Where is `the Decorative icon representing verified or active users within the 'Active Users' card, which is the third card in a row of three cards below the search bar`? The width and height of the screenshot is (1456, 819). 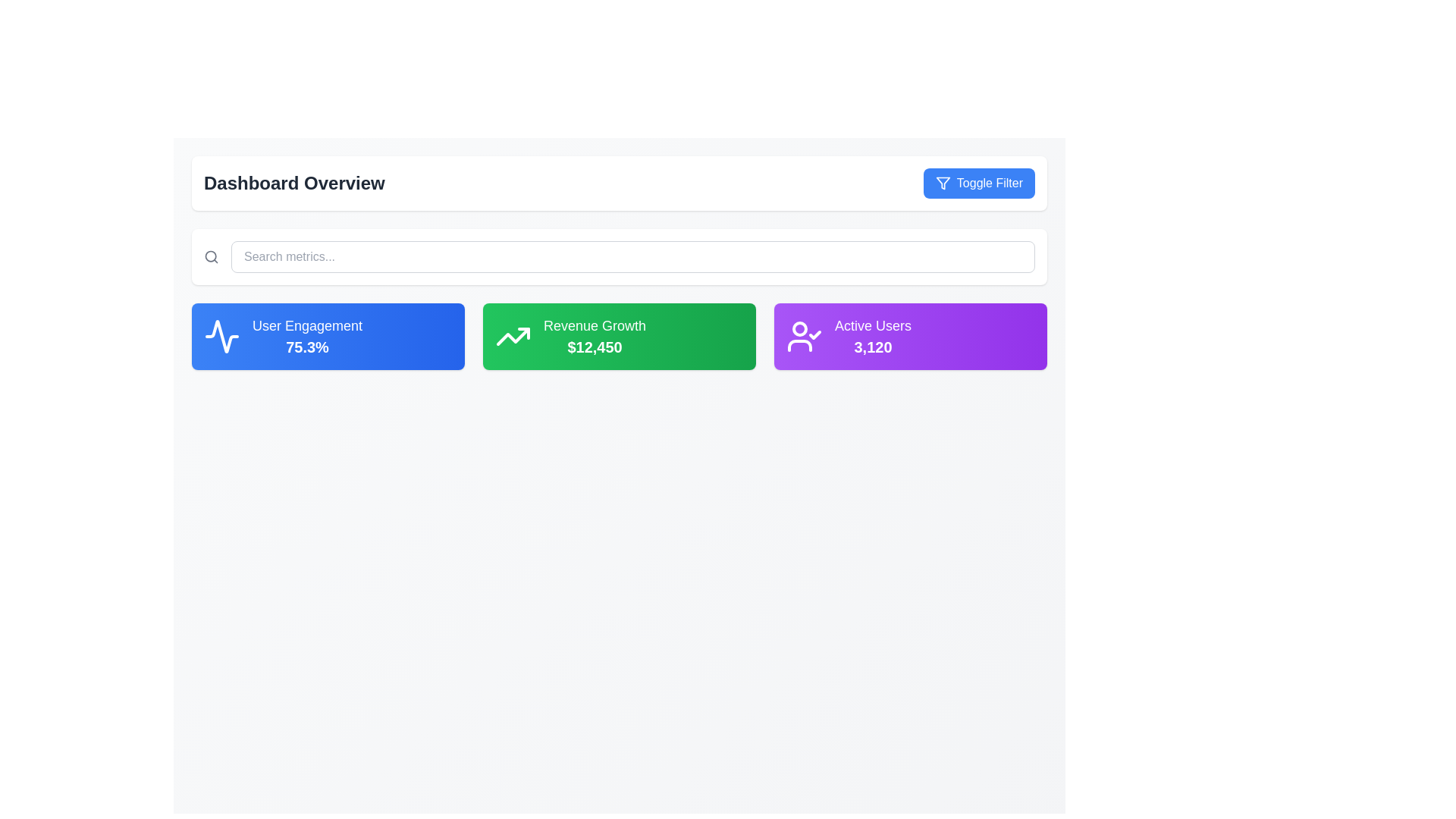 the Decorative icon representing verified or active users within the 'Active Users' card, which is the third card in a row of three cards below the search bar is located at coordinates (803, 335).